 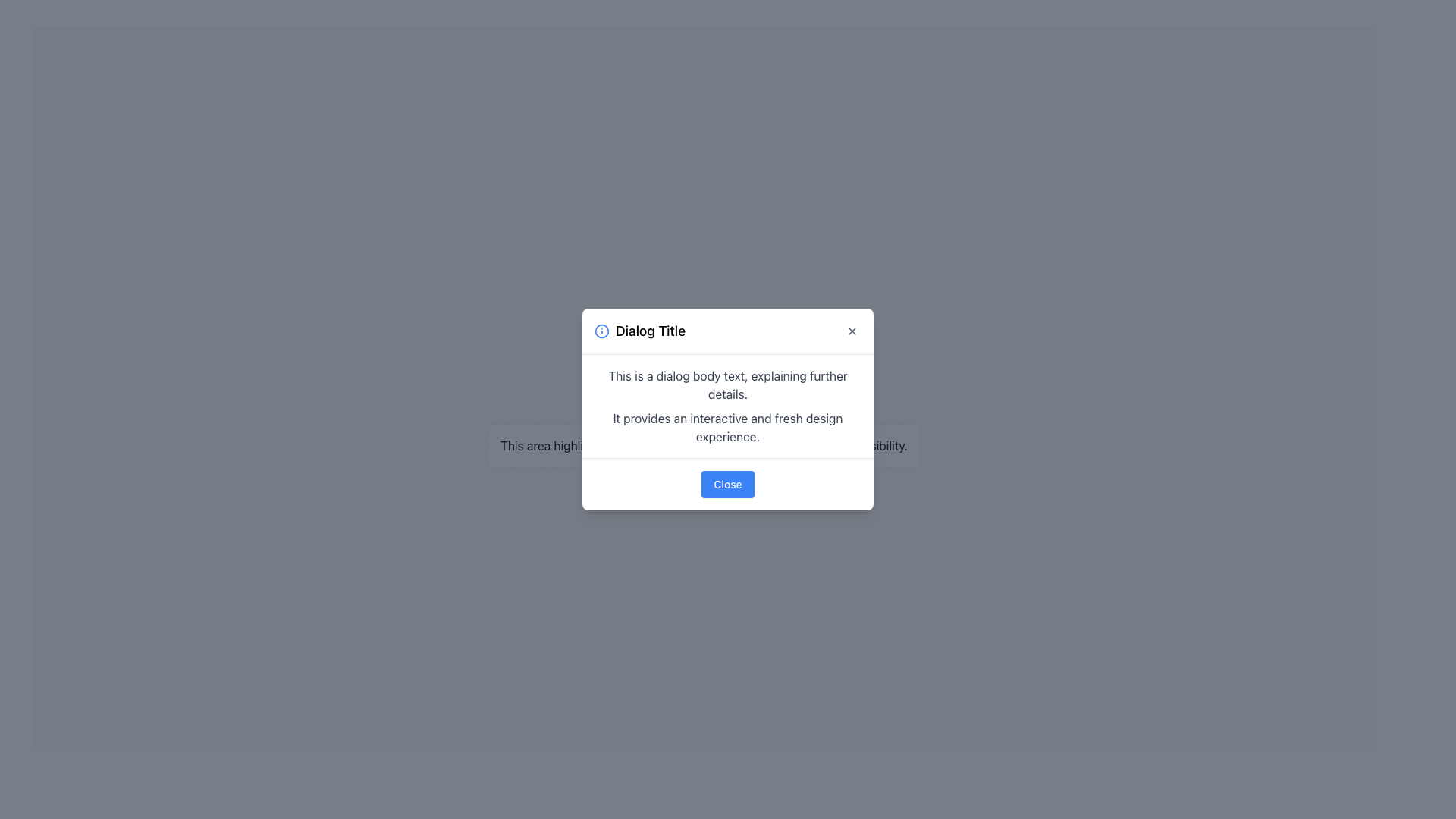 I want to click on the text block that contains two lines of descriptive text styled in gray, located inside the dialog box beneath the title 'Dialog Title' and above the 'Close' button, so click(x=728, y=406).